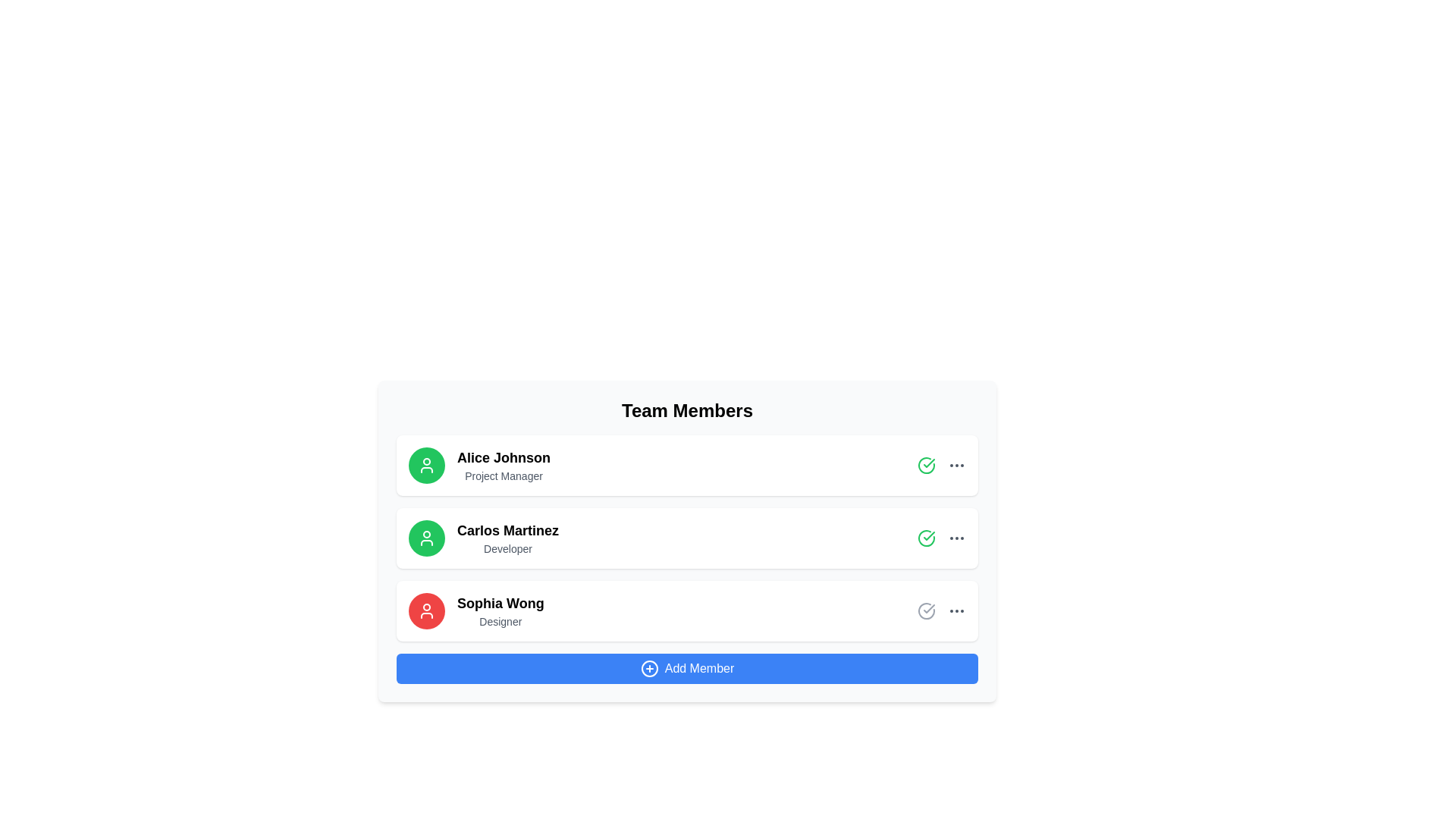 Image resolution: width=1456 pixels, height=819 pixels. Describe the element at coordinates (504, 457) in the screenshot. I see `the text display element that shows the name 'Alice Johnson', which serves as the header for the user's profile entry` at that location.